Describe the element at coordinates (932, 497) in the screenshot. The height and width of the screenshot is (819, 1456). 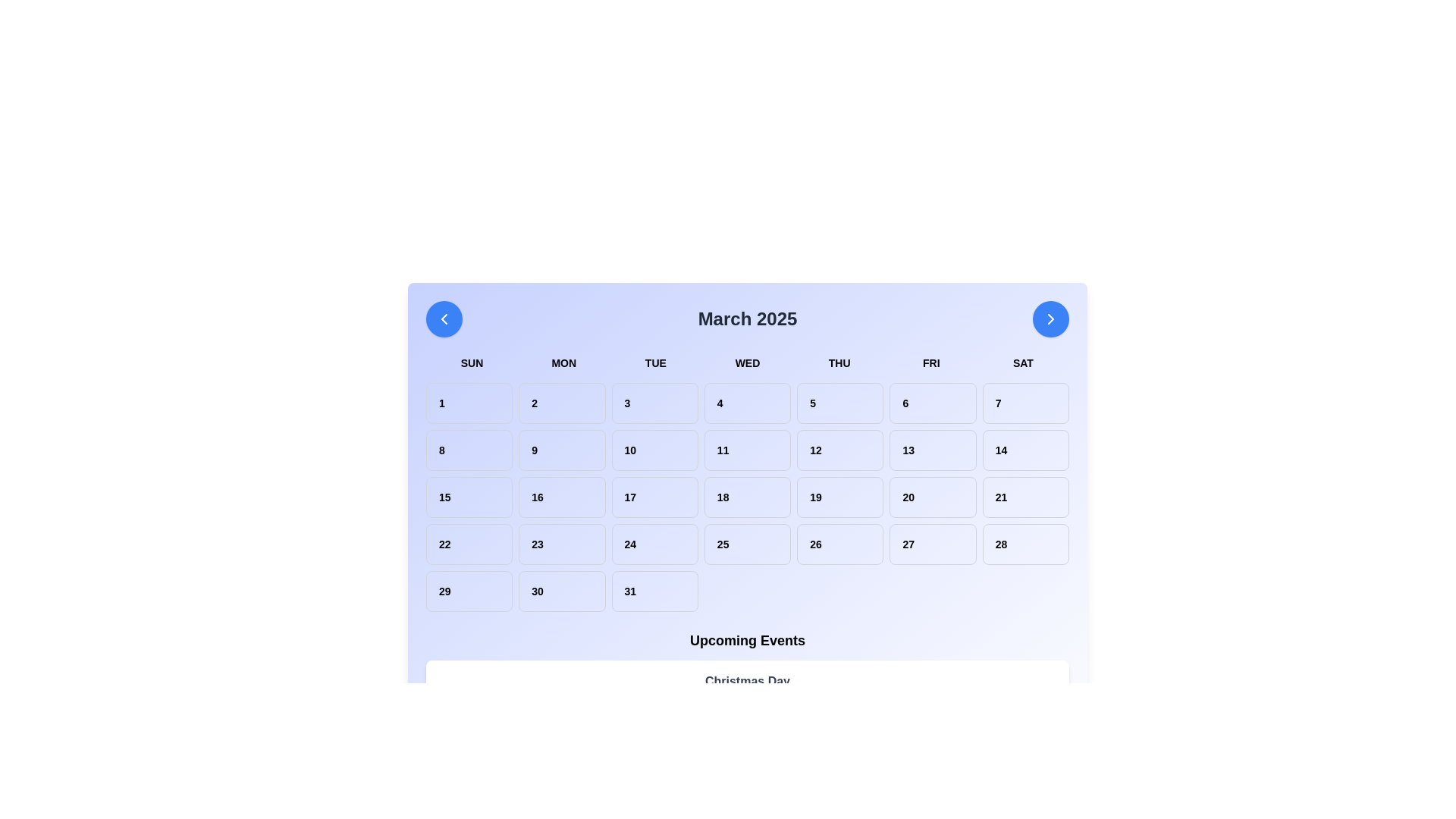
I see `the selectable day button representing the 20th of March 2025 in the calendar interface` at that location.